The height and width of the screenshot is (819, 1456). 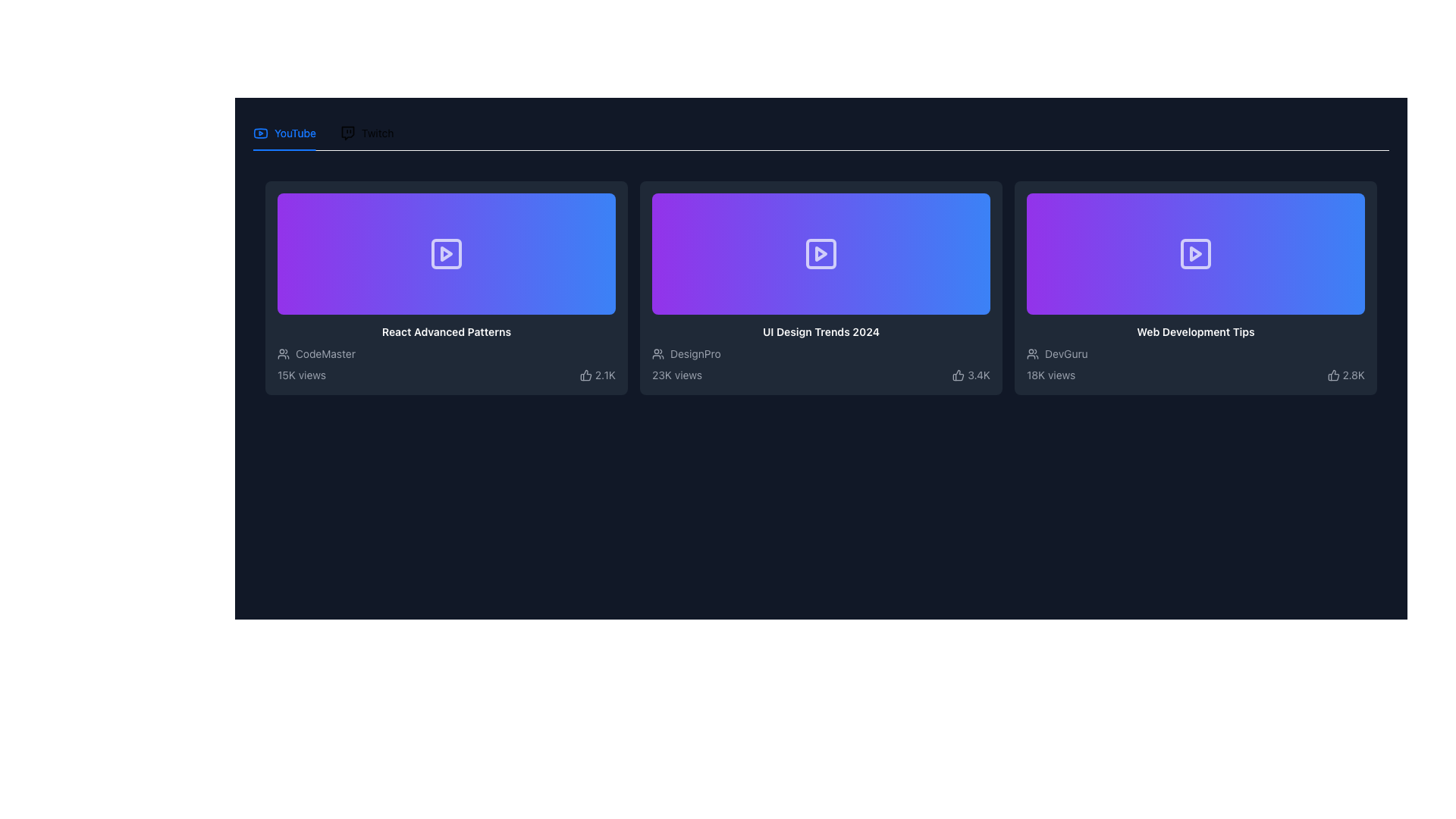 I want to click on the play icon located in the center of the second video thumbnail from the left to initiate video playback, so click(x=821, y=253).